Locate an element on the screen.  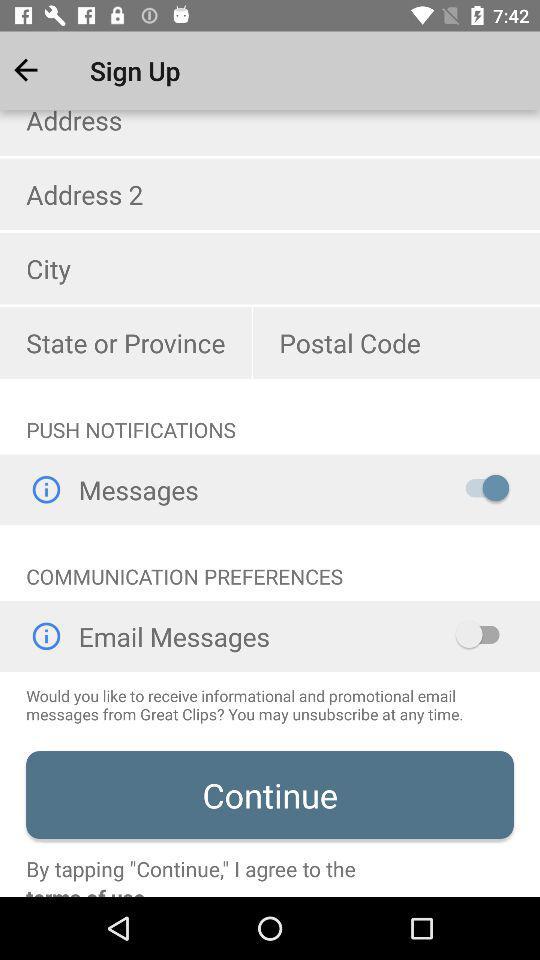
the info icon is located at coordinates (45, 488).